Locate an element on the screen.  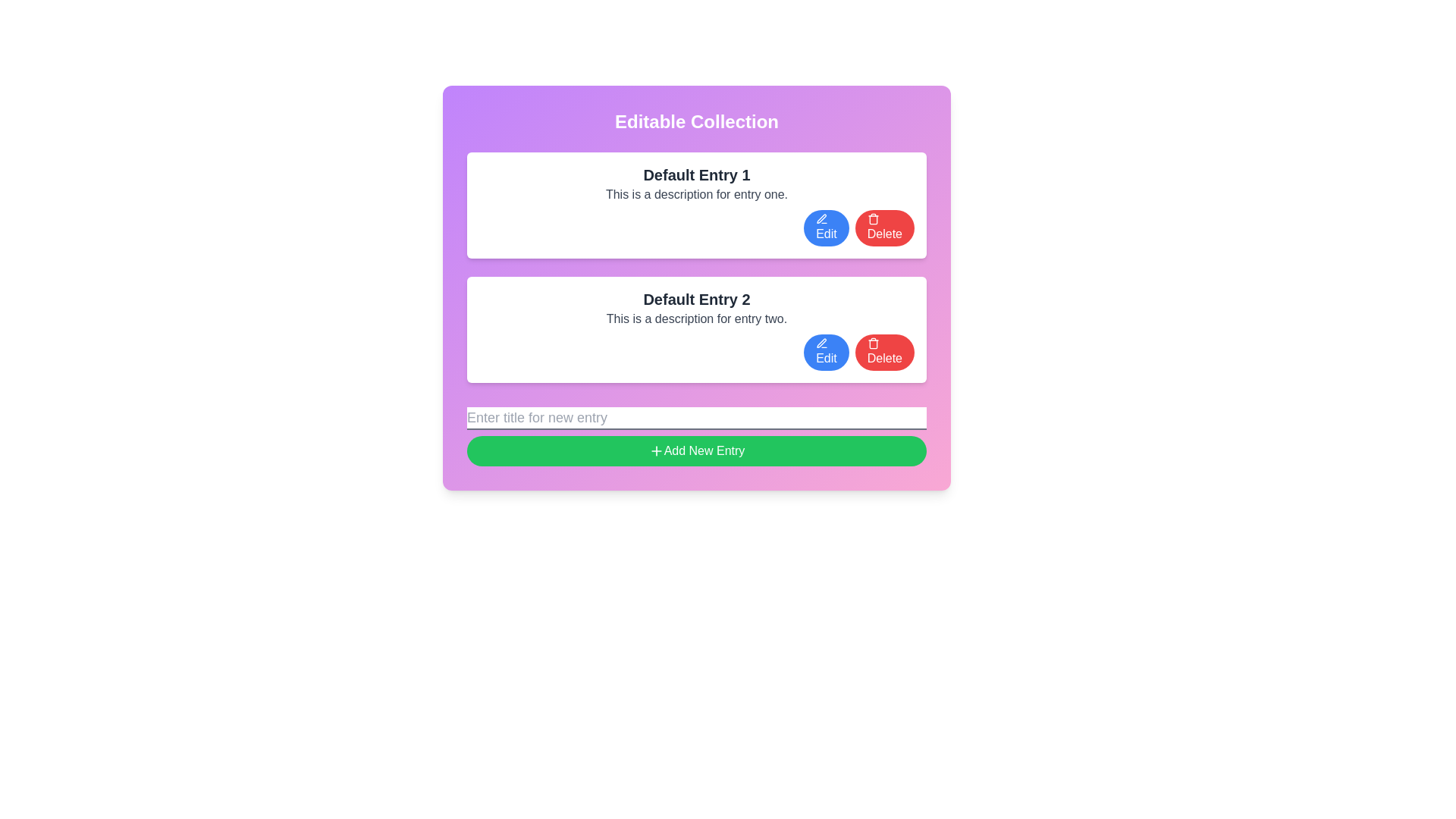
the text element that reads 'This is a description for entry one.', located directly below the title 'Default Entry 1' in the first entry block is located at coordinates (695, 194).